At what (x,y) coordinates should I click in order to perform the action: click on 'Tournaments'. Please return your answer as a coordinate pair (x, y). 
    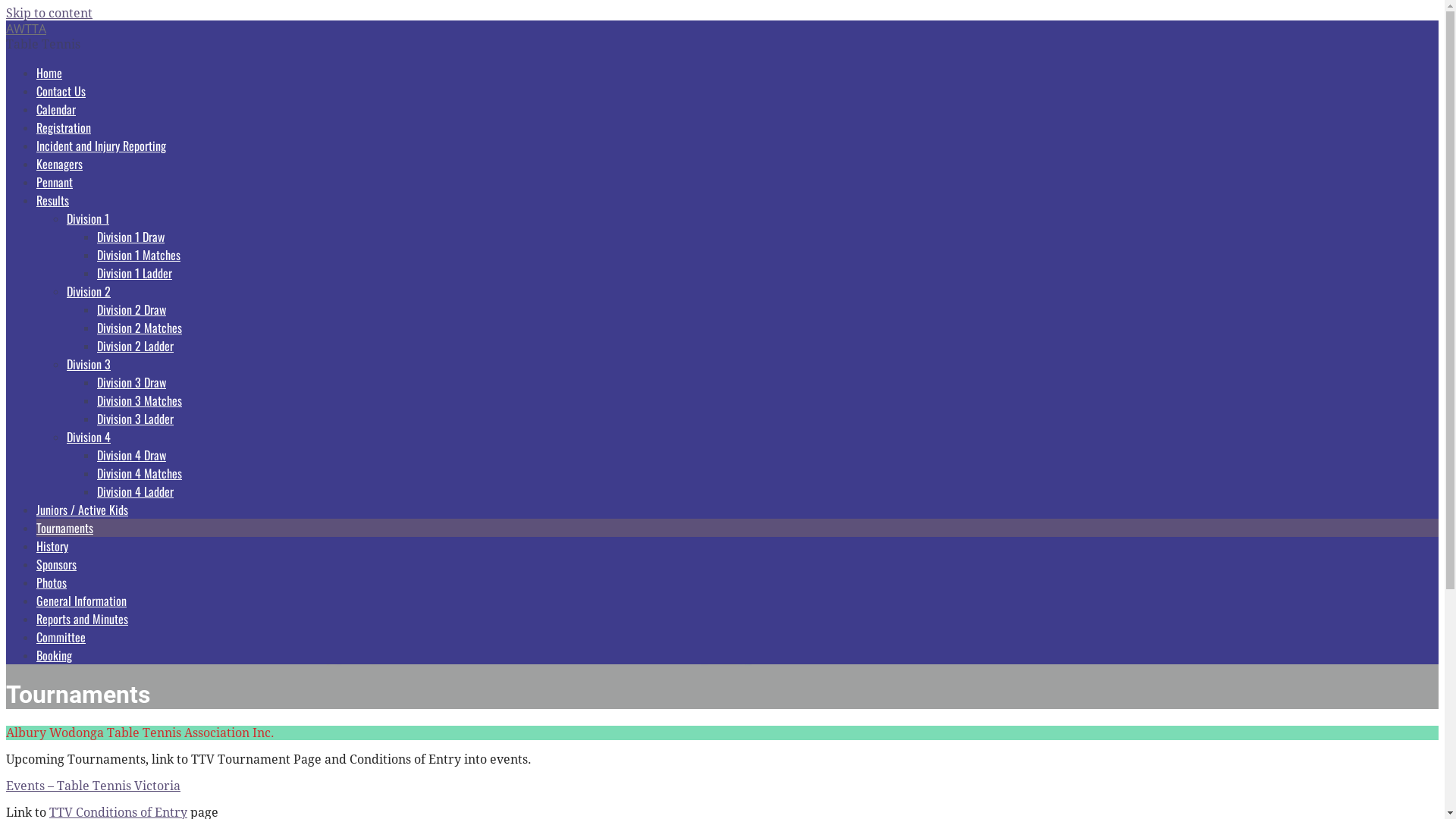
    Looking at the image, I should click on (64, 526).